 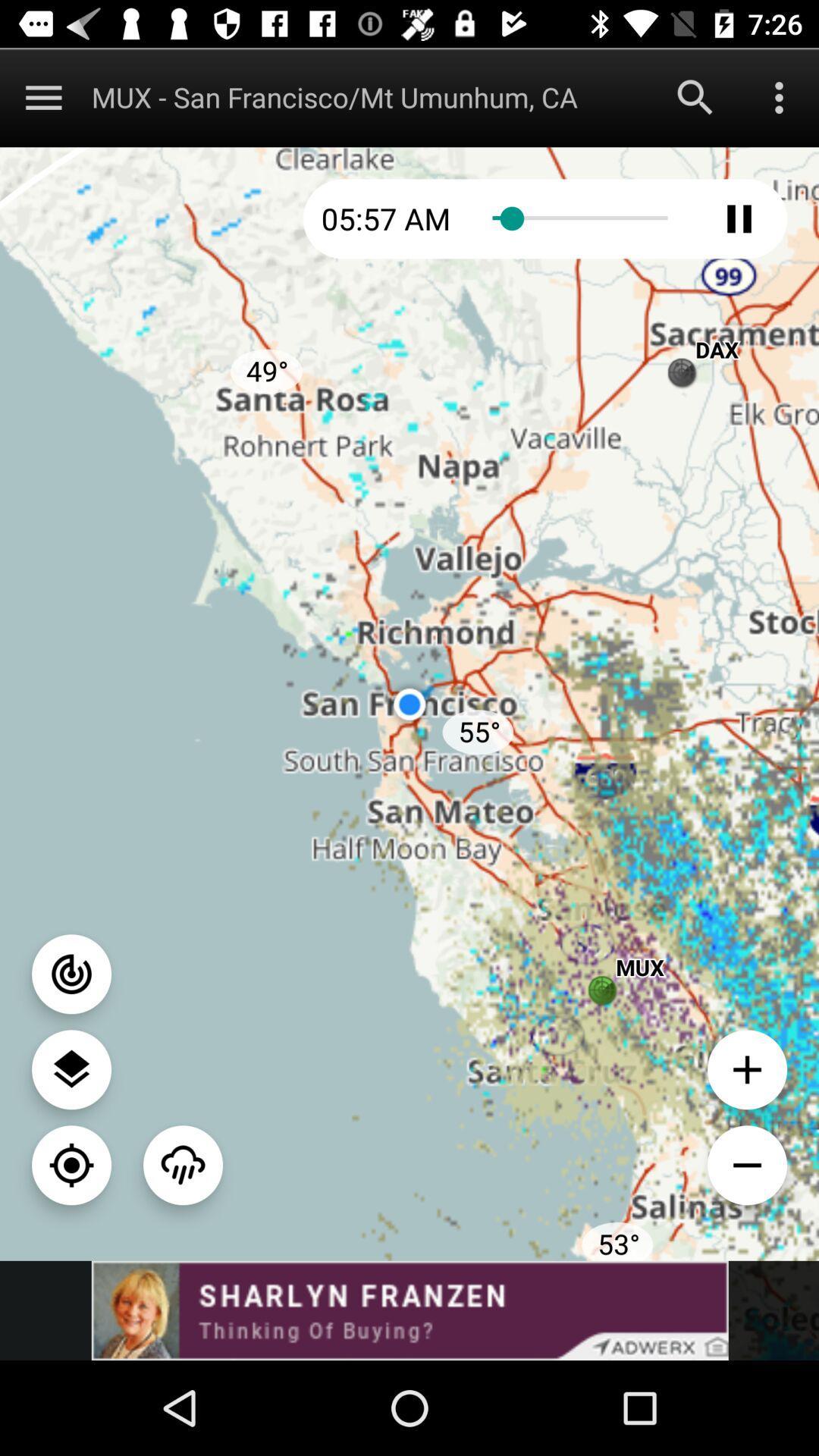 What do you see at coordinates (71, 1068) in the screenshot?
I see `the layers icon` at bounding box center [71, 1068].